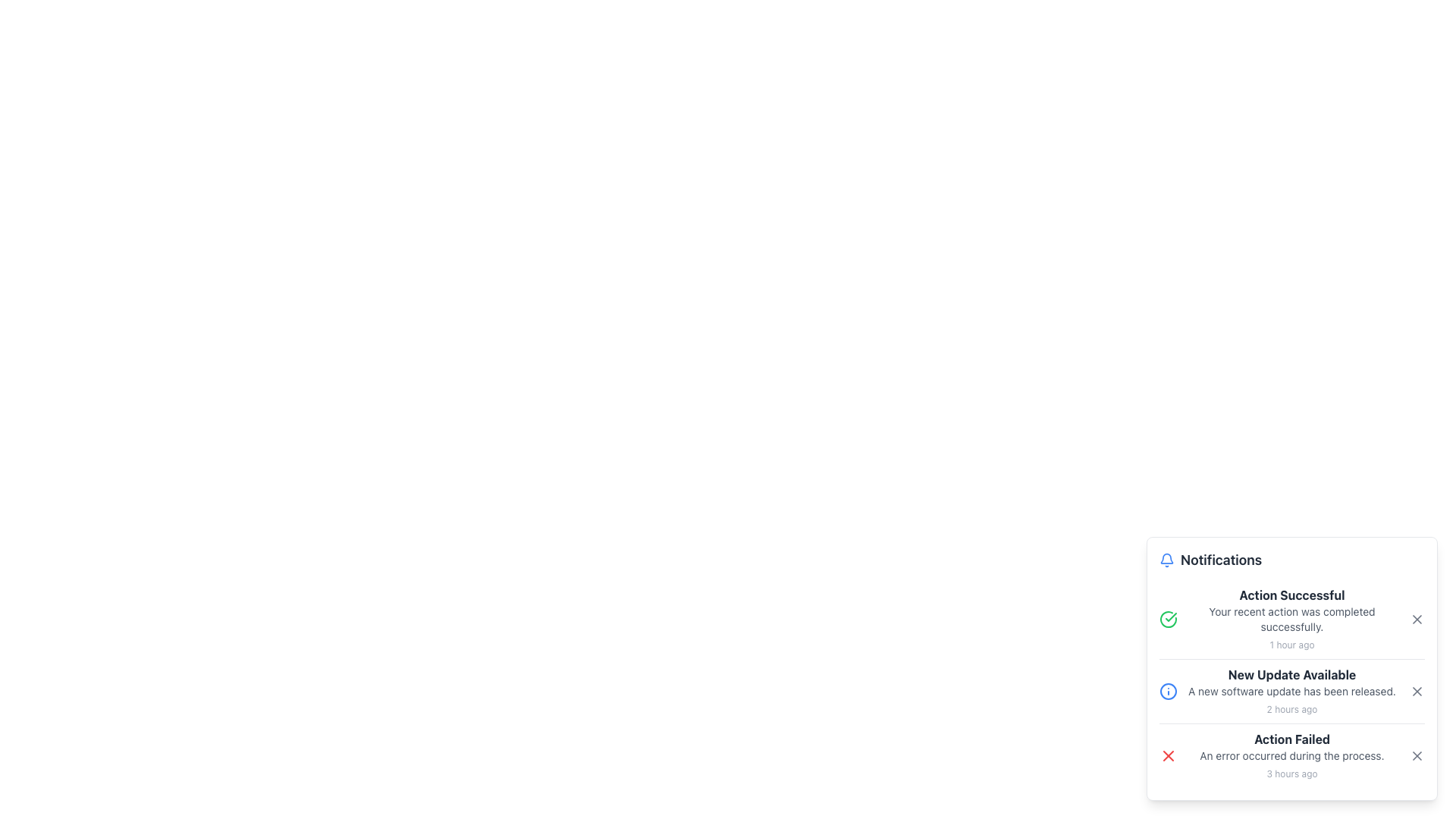  I want to click on the error icon located immediately to the left of the 'Action Failed' text in the notification card at the bottom of the notification stack, so click(1167, 755).